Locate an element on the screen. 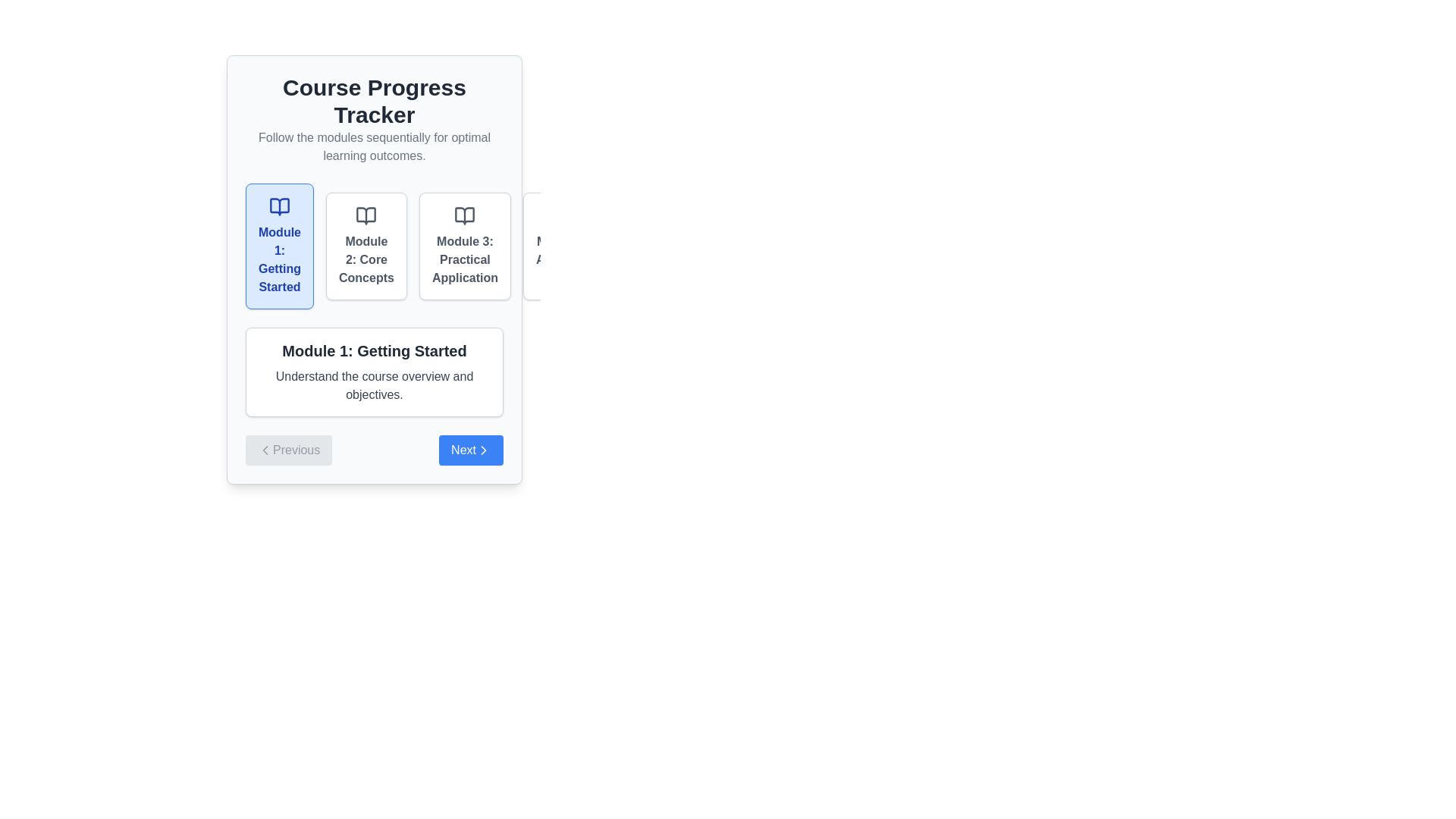 This screenshot has height=819, width=1456. the text block that reads 'Understand the course overview and objectives.' which is located below 'Module 1: Getting Started' is located at coordinates (375, 385).